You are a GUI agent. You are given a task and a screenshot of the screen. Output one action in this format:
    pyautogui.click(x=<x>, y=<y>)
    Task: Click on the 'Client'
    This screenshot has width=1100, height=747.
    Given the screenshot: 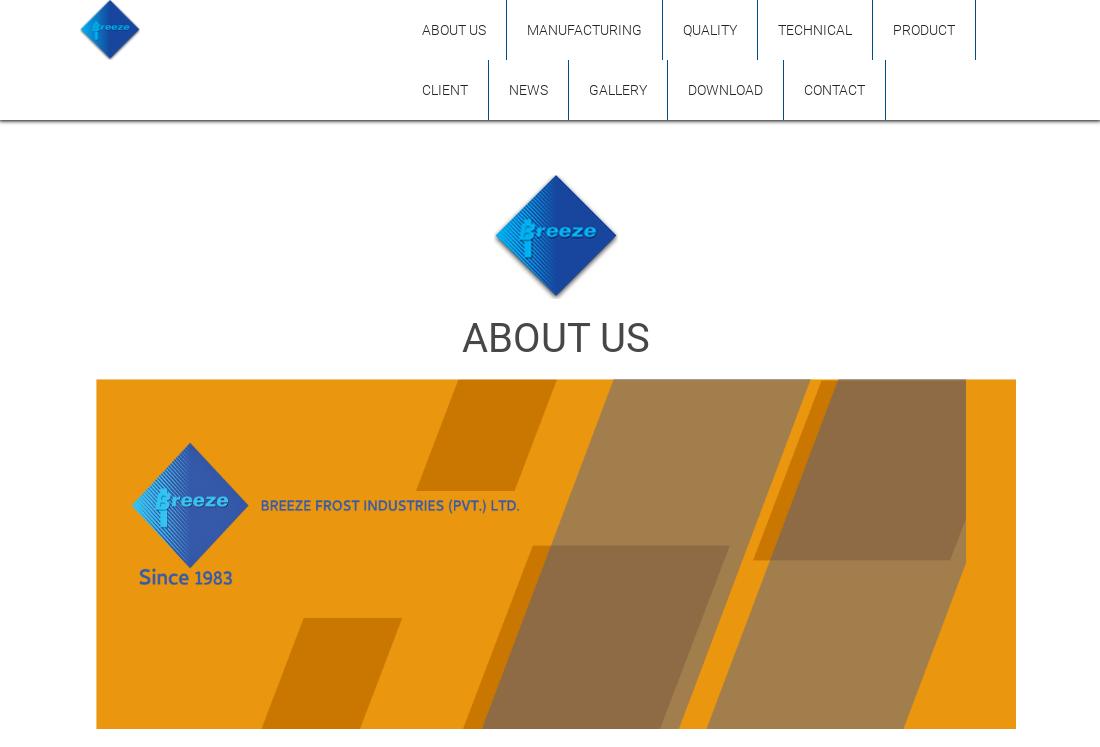 What is the action you would take?
    pyautogui.click(x=443, y=90)
    